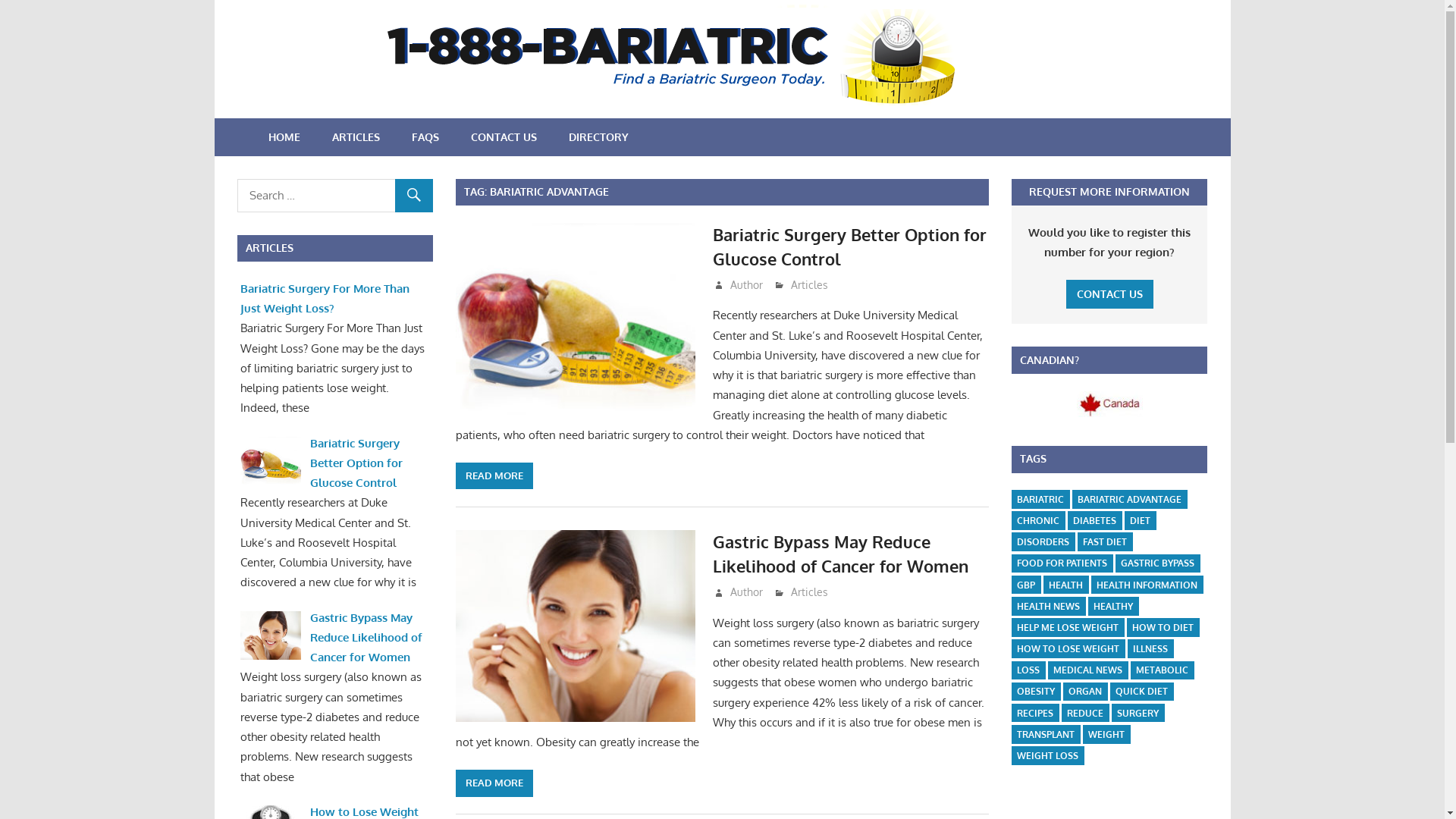 The height and width of the screenshot is (819, 1456). I want to click on 'READ MORE', so click(454, 783).